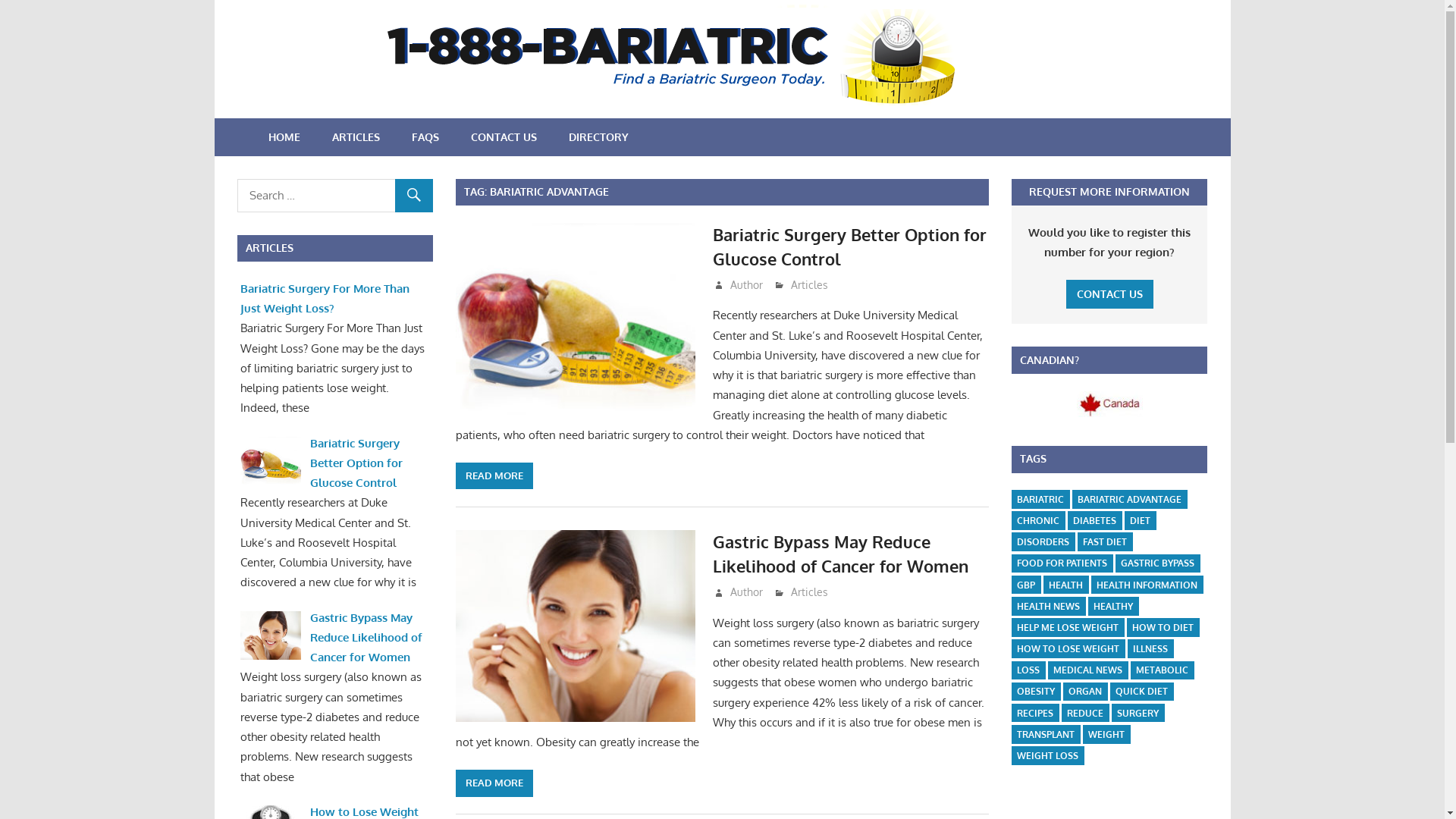 The height and width of the screenshot is (819, 1456). I want to click on 'READ MORE', so click(454, 783).